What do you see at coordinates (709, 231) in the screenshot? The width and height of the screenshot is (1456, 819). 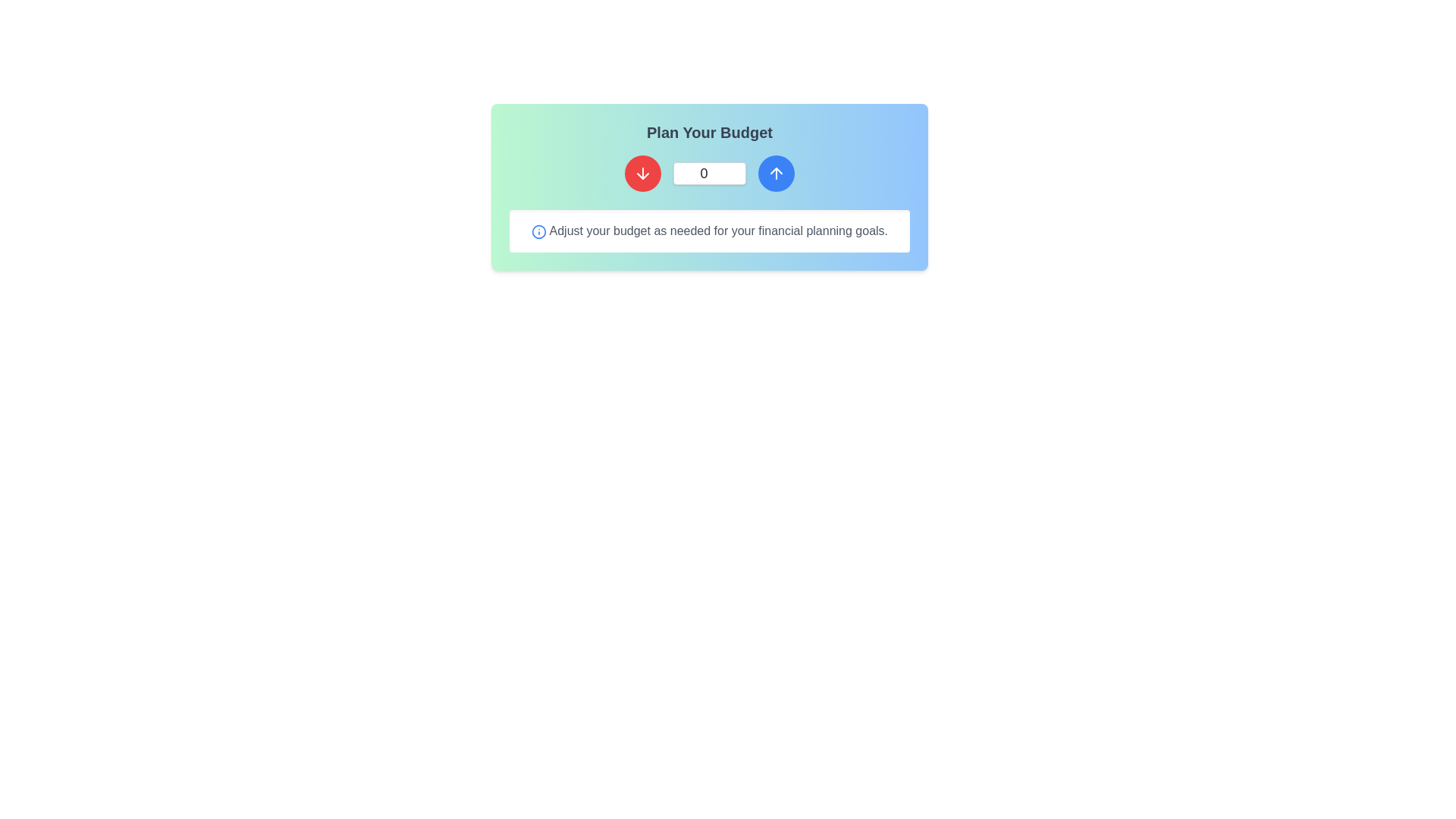 I see `the Informational Text with Icon that reads 'Adjust your budget as needed for your financial planning goals.' It is styled with light gray color and has a blue circular icon with an info symbol to its left, located in the bottom part of a rectangular panel` at bounding box center [709, 231].